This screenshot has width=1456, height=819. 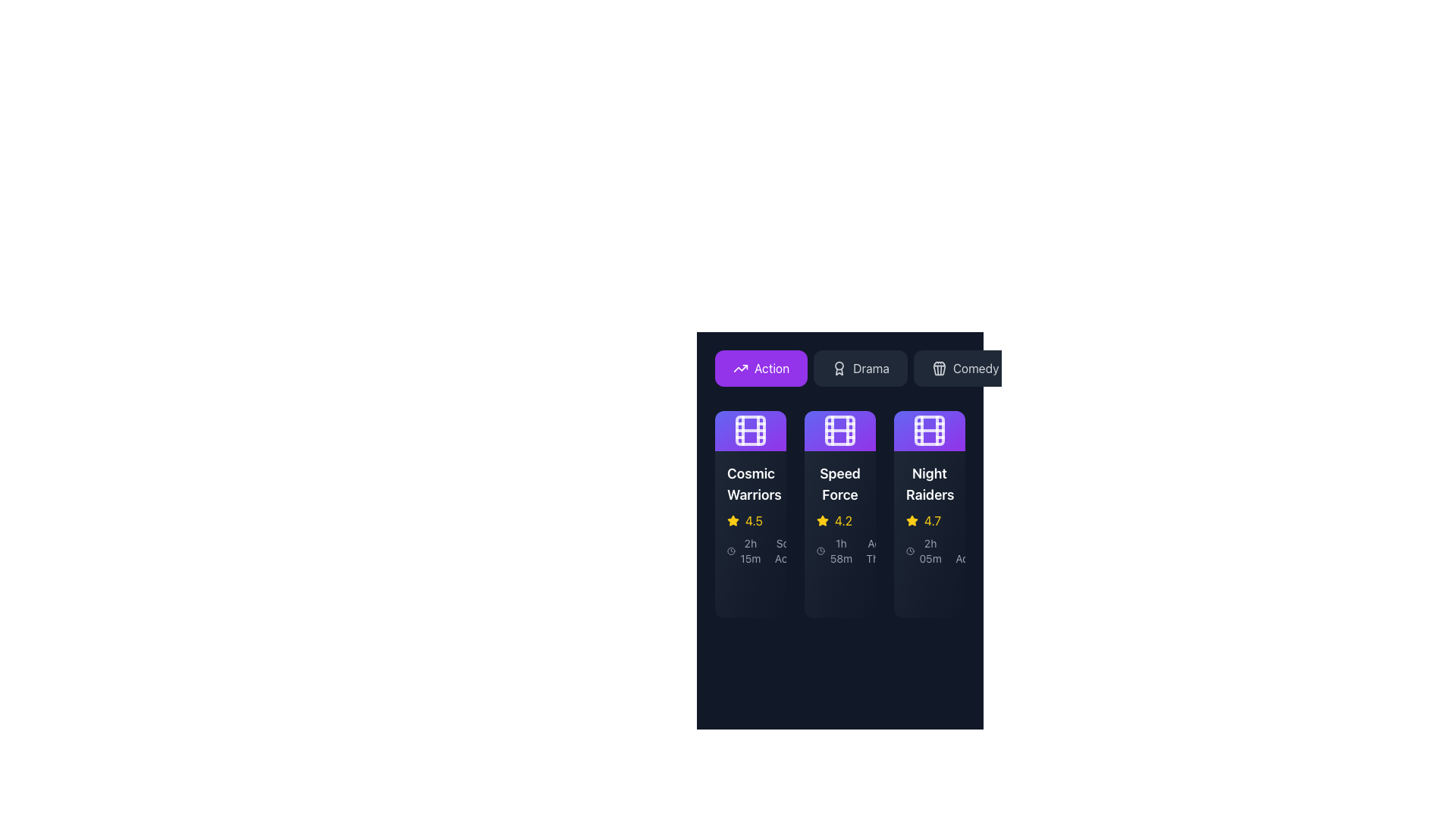 I want to click on the text element styled in bold white font that reads 'Speed Force', located at the center of the second card in a row of selectable movie titles, so click(x=839, y=483).